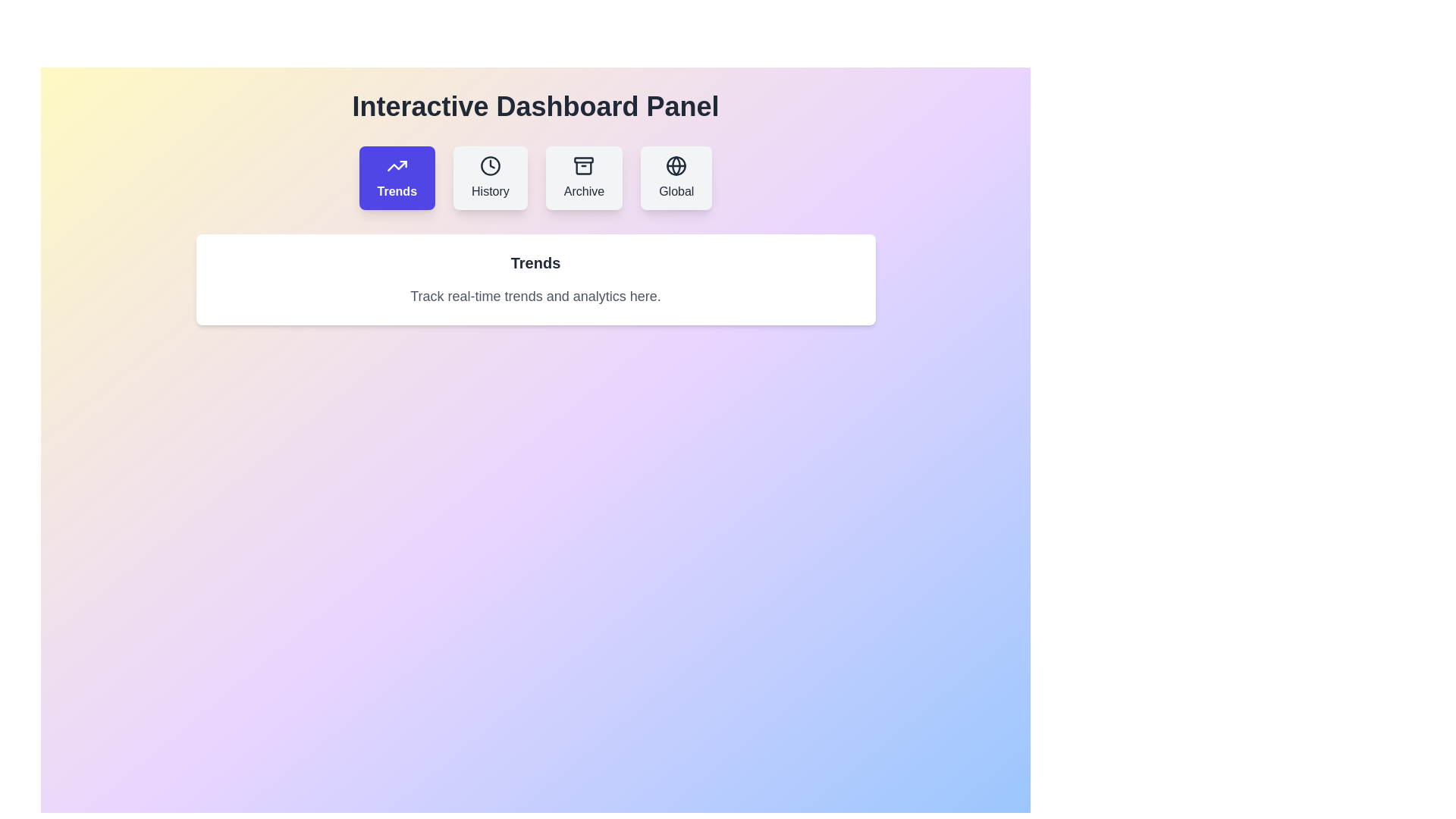  What do you see at coordinates (583, 177) in the screenshot?
I see `the Archive tab to view its content` at bounding box center [583, 177].